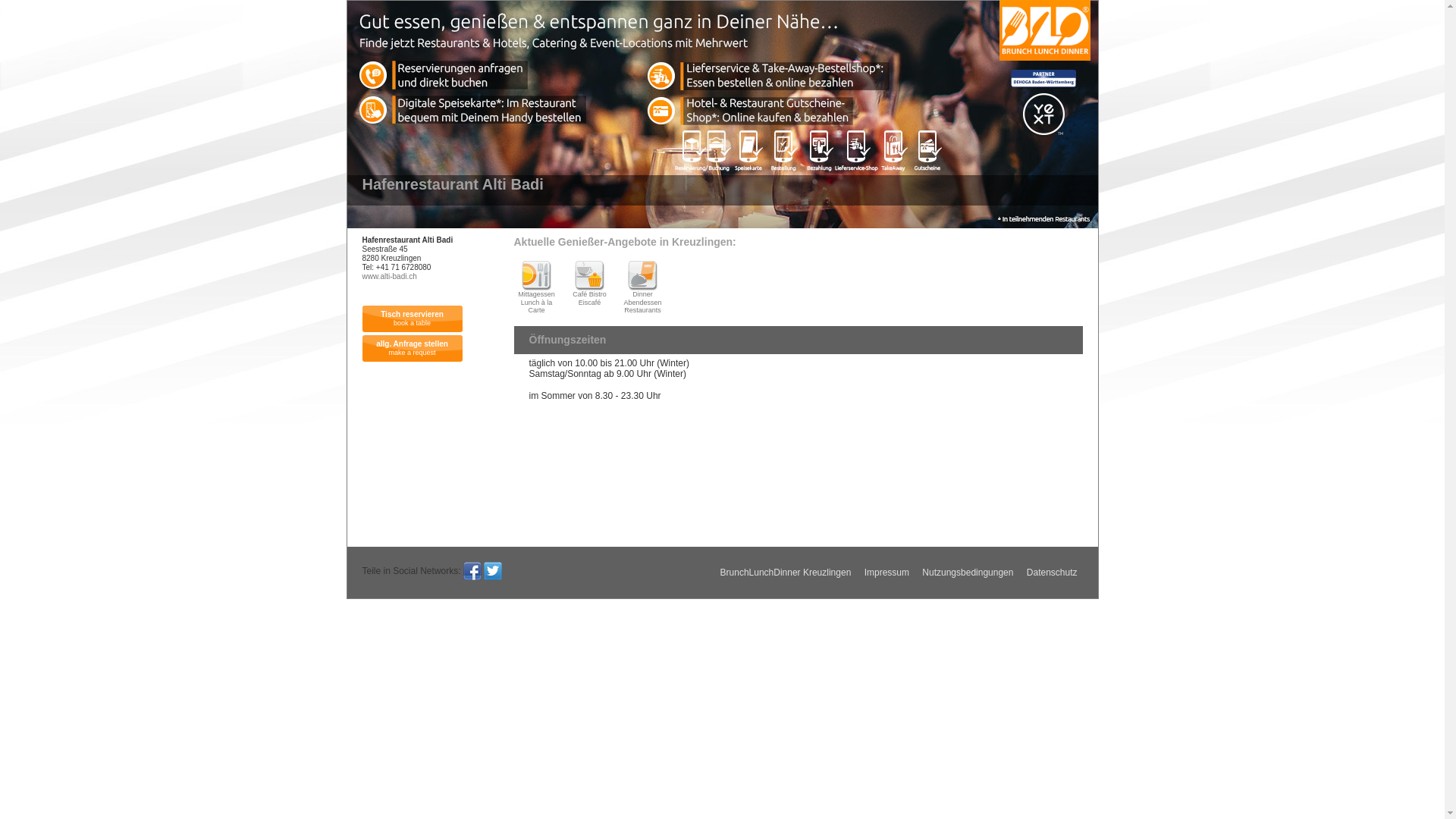 The height and width of the screenshot is (819, 1456). Describe the element at coordinates (967, 573) in the screenshot. I see `'Nutzungsbedingungen'` at that location.